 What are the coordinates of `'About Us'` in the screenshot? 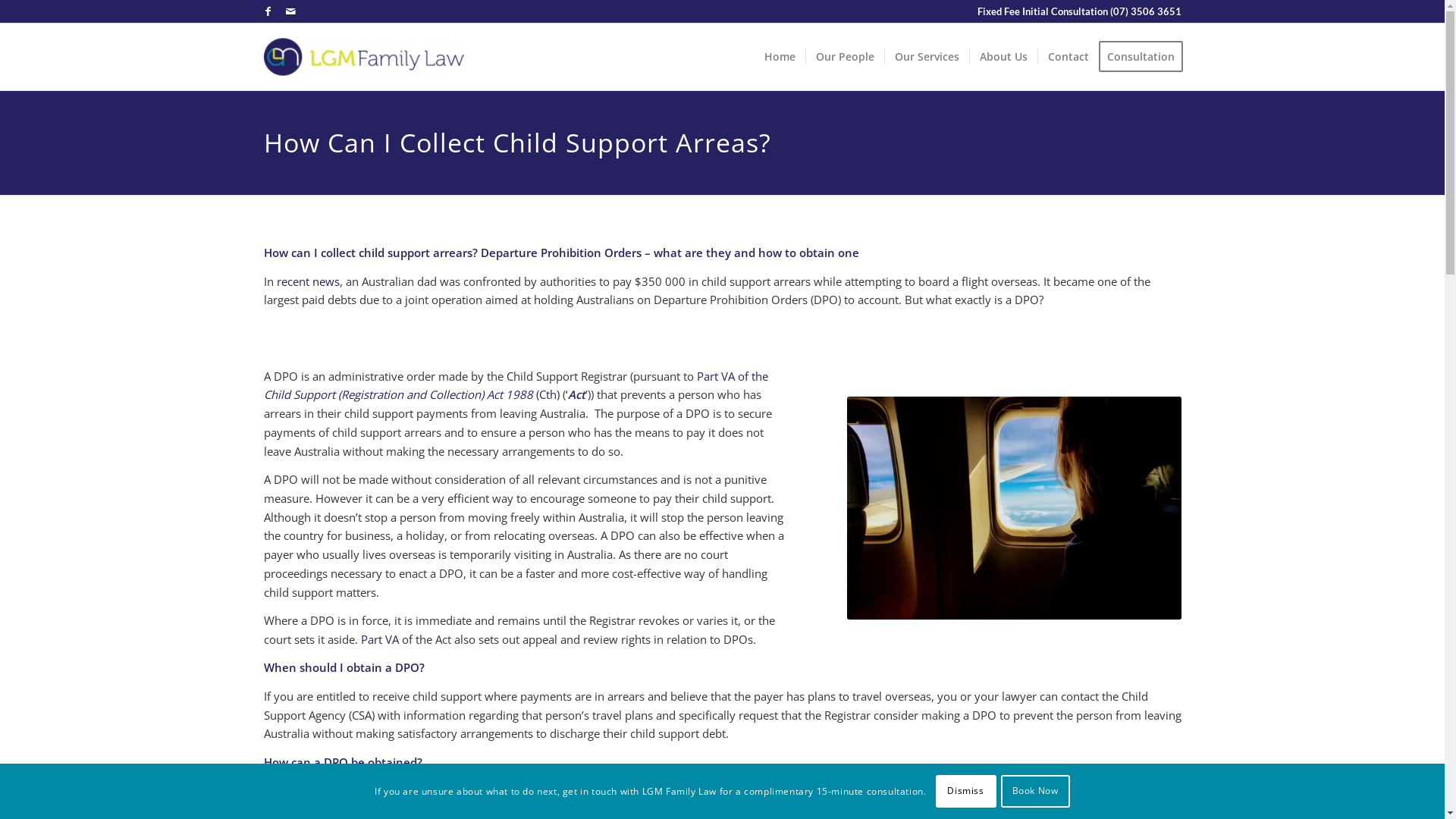 It's located at (1003, 55).